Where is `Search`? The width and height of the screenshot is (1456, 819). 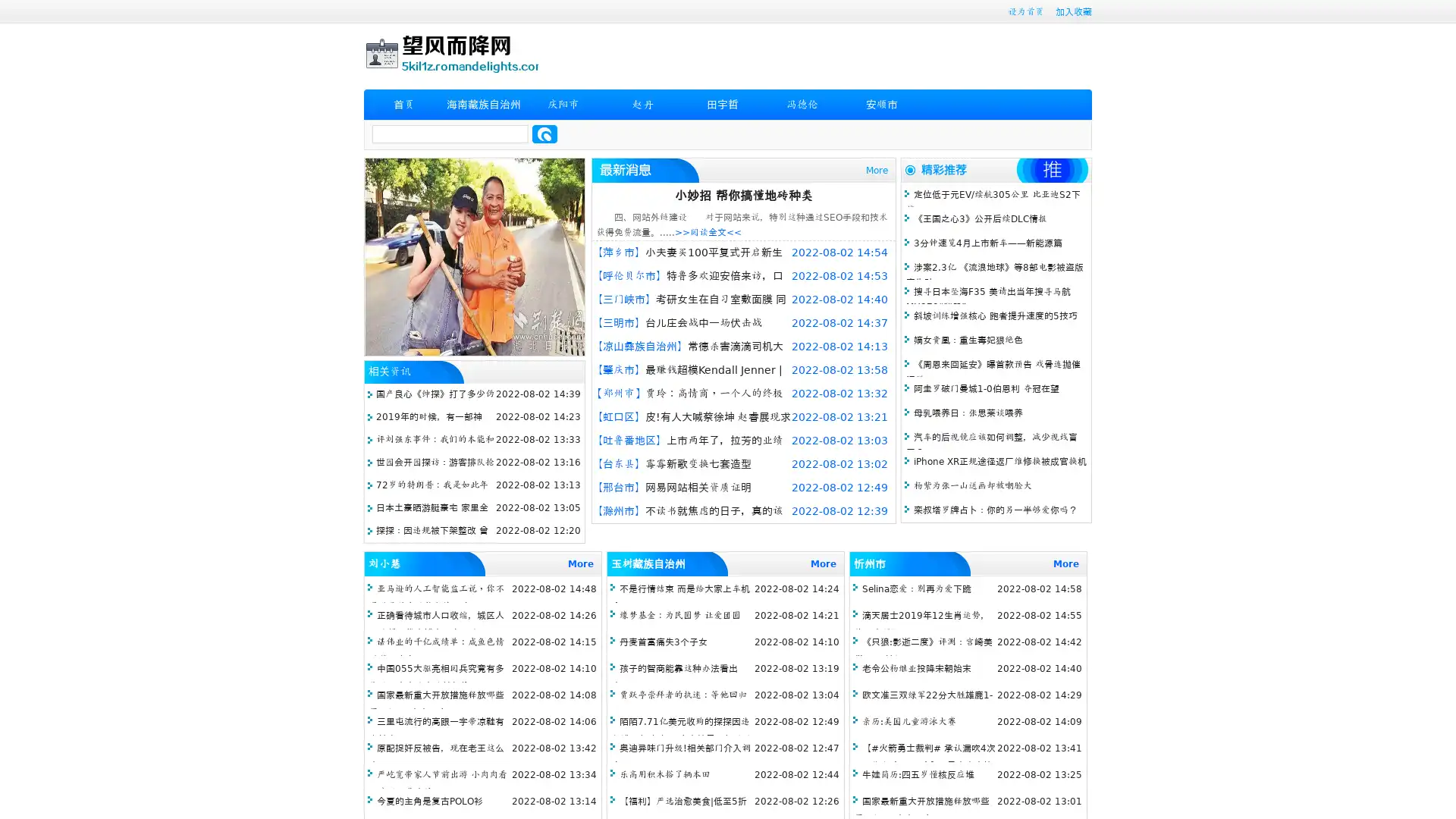 Search is located at coordinates (544, 133).